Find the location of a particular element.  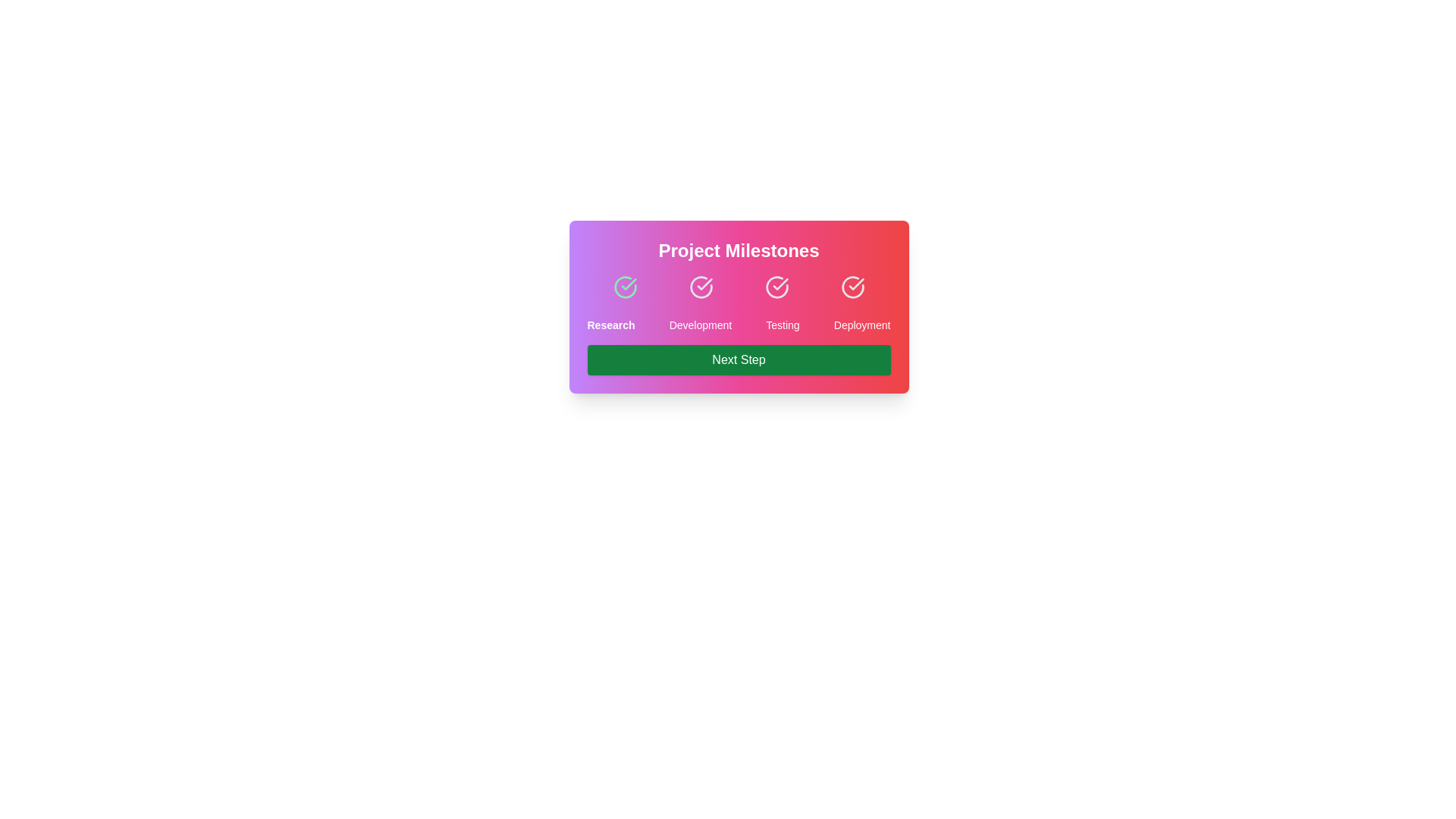

text 'Research' from the text label displayed in bold and underlined style, located in the 'Project Milestones' section of the UI is located at coordinates (611, 324).